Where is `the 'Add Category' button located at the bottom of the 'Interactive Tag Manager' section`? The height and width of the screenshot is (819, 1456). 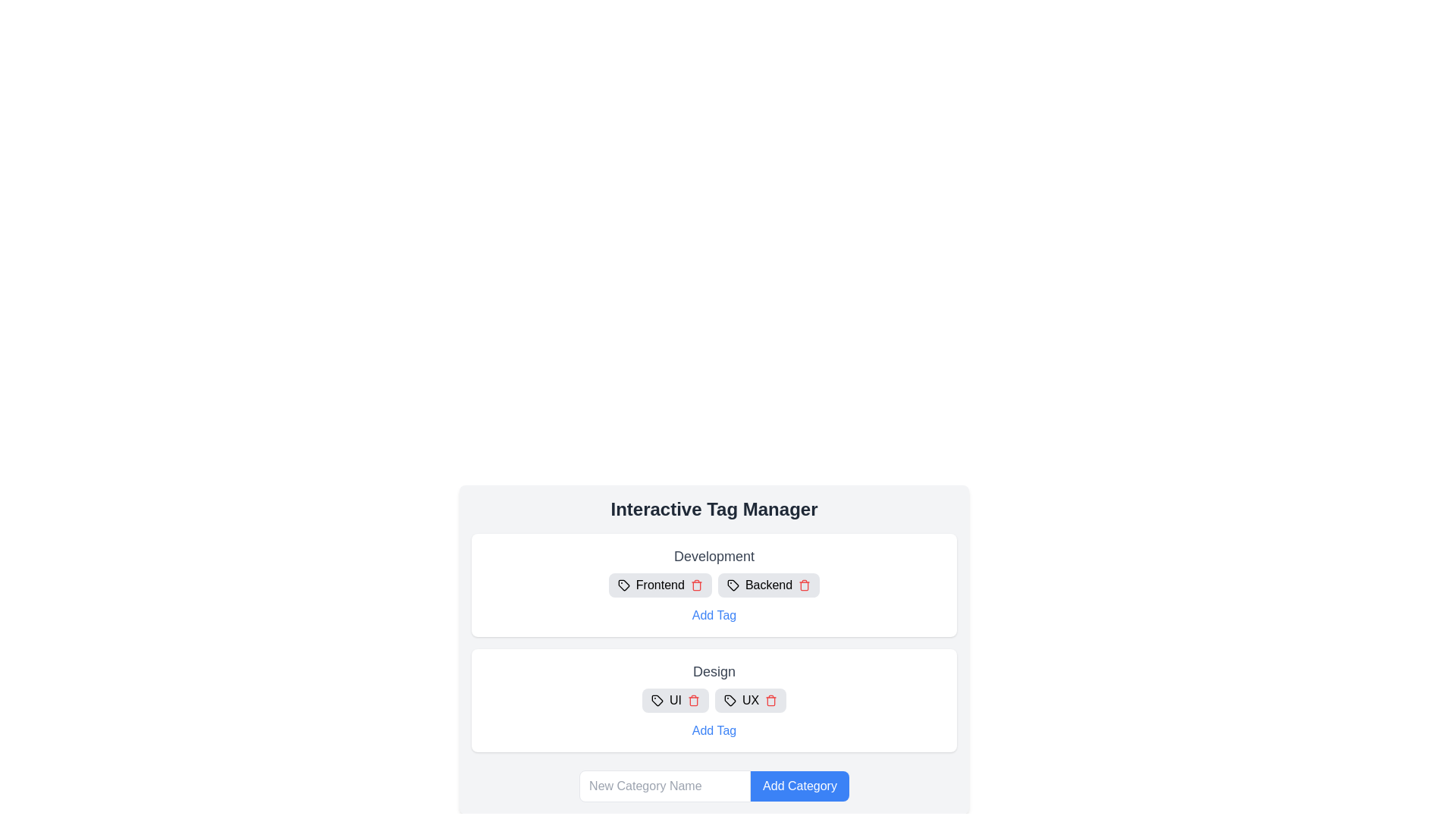
the 'Add Category' button located at the bottom of the 'Interactive Tag Manager' section is located at coordinates (713, 786).